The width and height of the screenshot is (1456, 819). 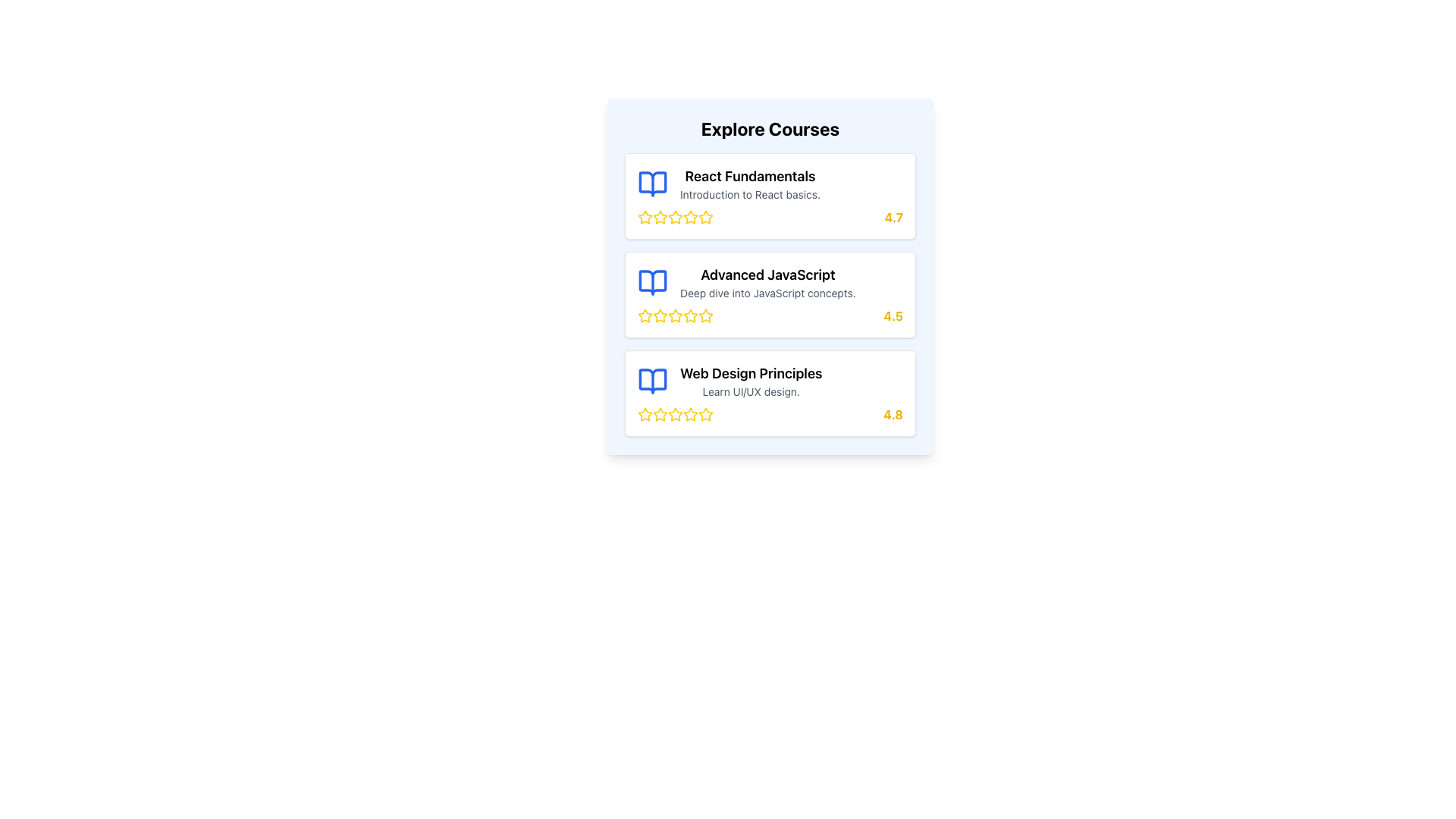 What do you see at coordinates (751, 374) in the screenshot?
I see `text label displaying the bolded title 'Web Design Principles' located at the top of the third course card in a vertical list` at bounding box center [751, 374].